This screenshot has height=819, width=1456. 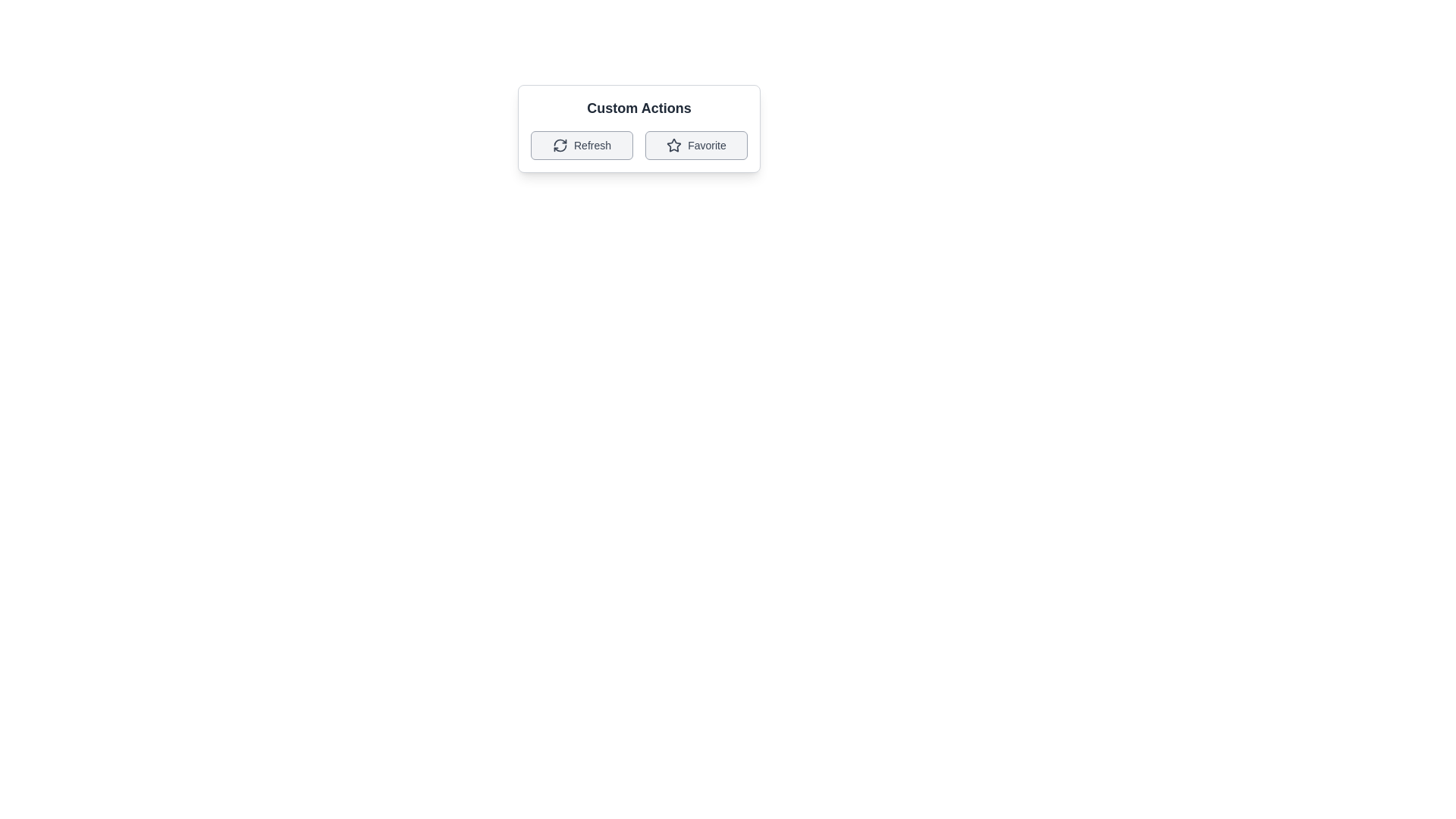 What do you see at coordinates (639, 107) in the screenshot?
I see `the text label displaying 'Custom Actions' in bold, larger font size and dark gray color, which serves as the title above the grid layout` at bounding box center [639, 107].